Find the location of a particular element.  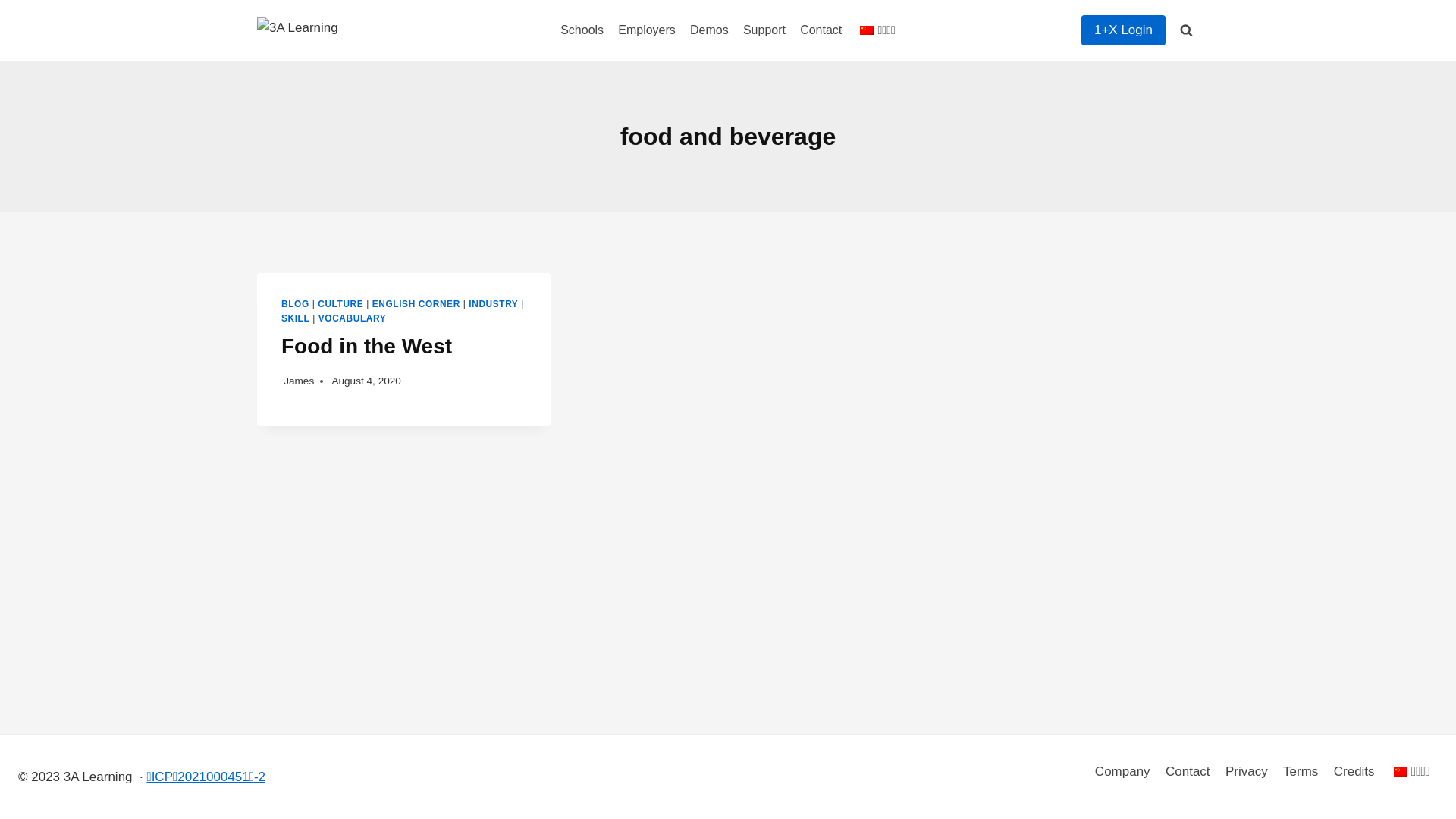

'Company' is located at coordinates (1122, 771).